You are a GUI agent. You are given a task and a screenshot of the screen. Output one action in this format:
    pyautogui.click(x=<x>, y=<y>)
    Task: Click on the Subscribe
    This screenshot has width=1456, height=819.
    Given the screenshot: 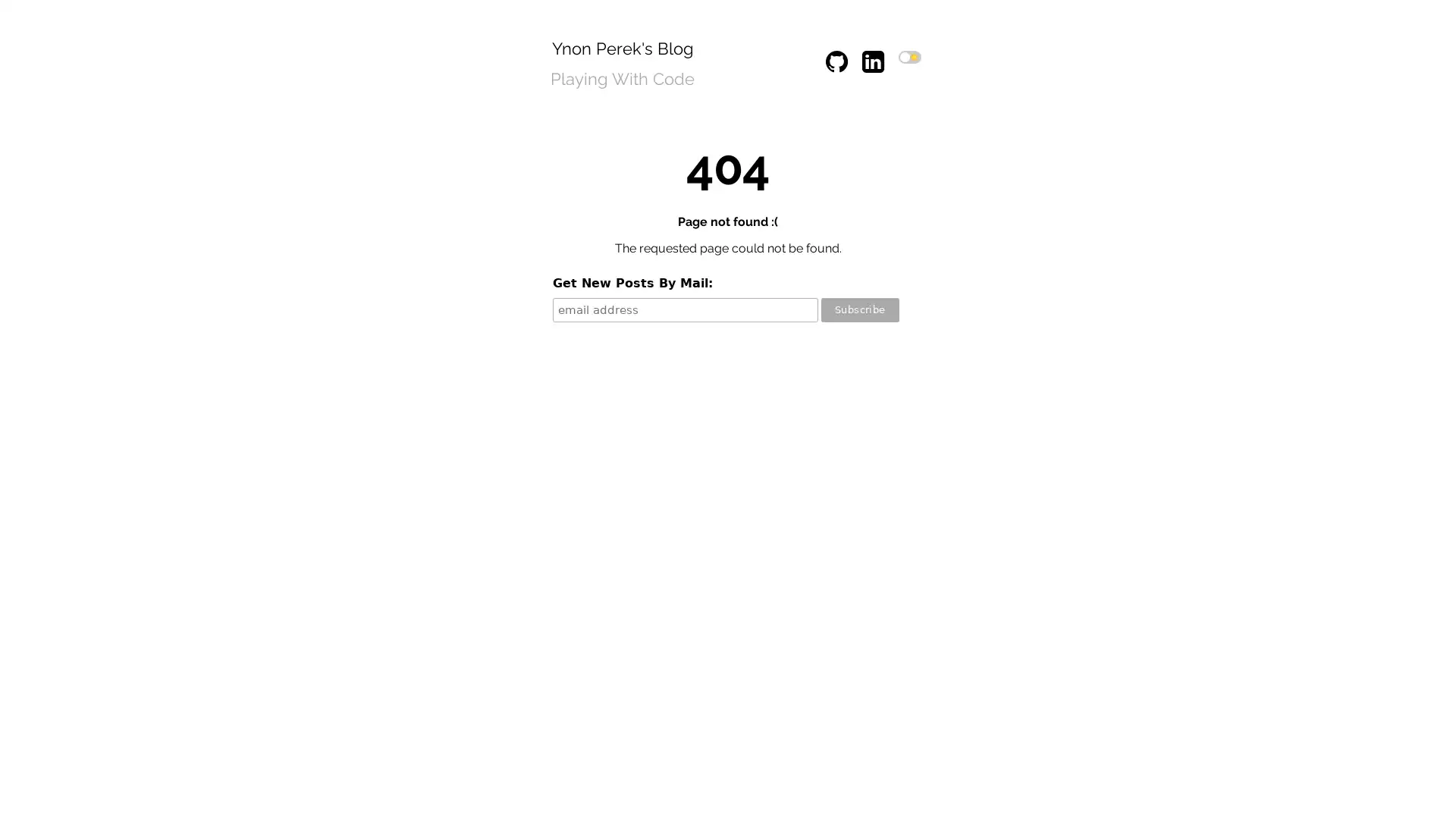 What is the action you would take?
    pyautogui.click(x=859, y=309)
    